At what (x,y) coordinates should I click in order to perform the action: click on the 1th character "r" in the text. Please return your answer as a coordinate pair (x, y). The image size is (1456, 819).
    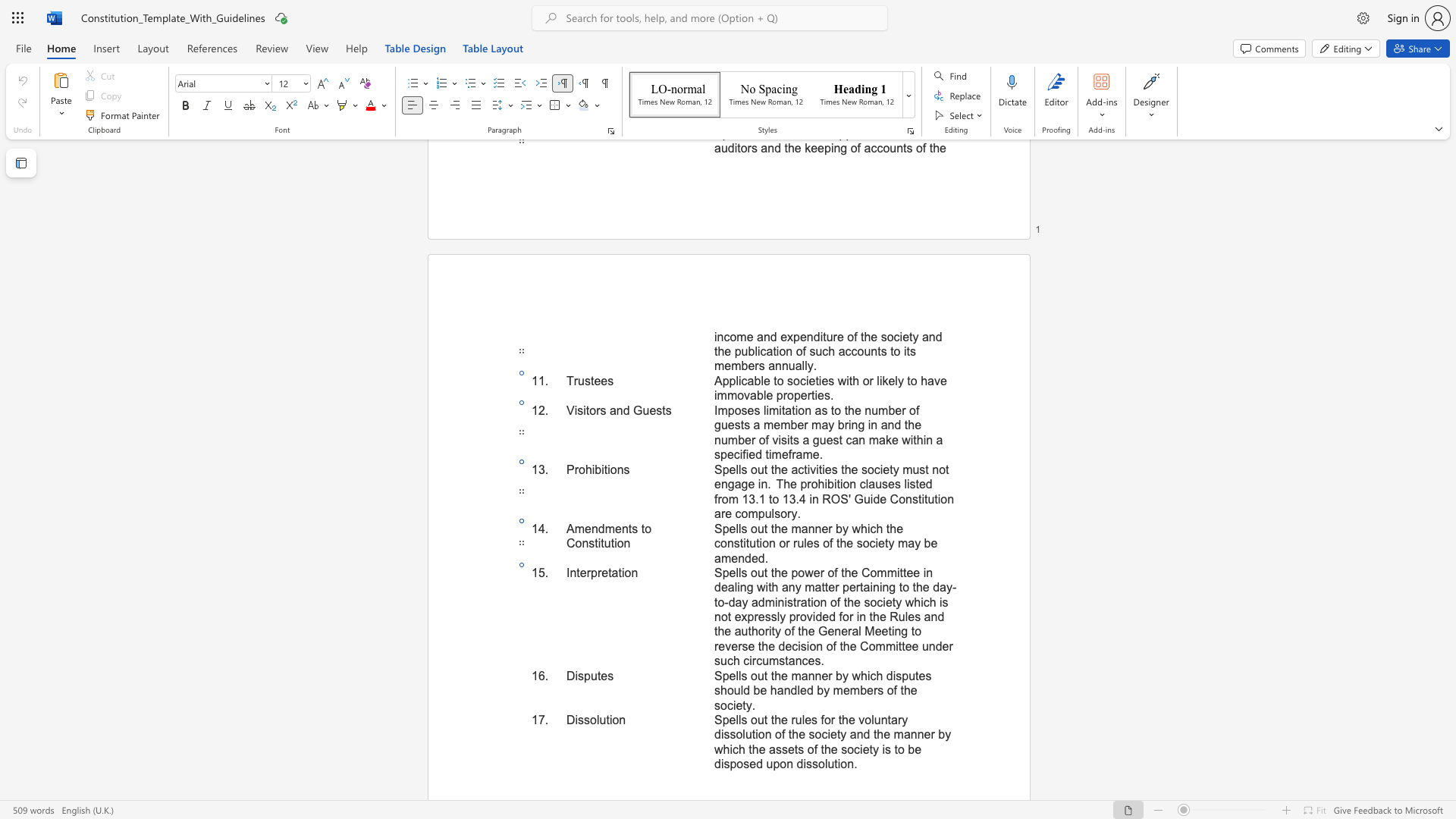
    Looking at the image, I should click on (588, 573).